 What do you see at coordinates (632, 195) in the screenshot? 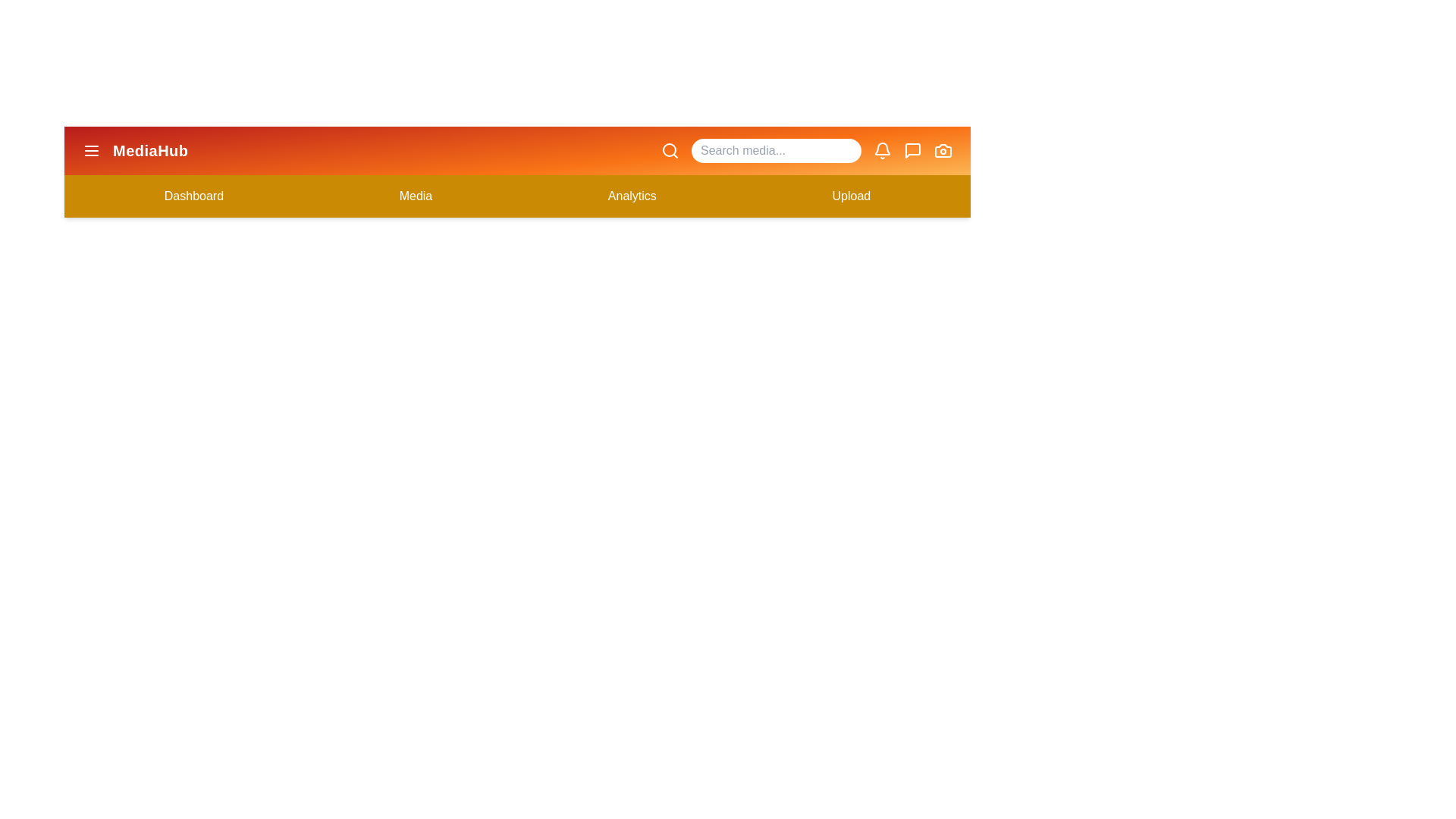
I see `the 'Analytics' menu item to navigate to the Analytics section` at bounding box center [632, 195].